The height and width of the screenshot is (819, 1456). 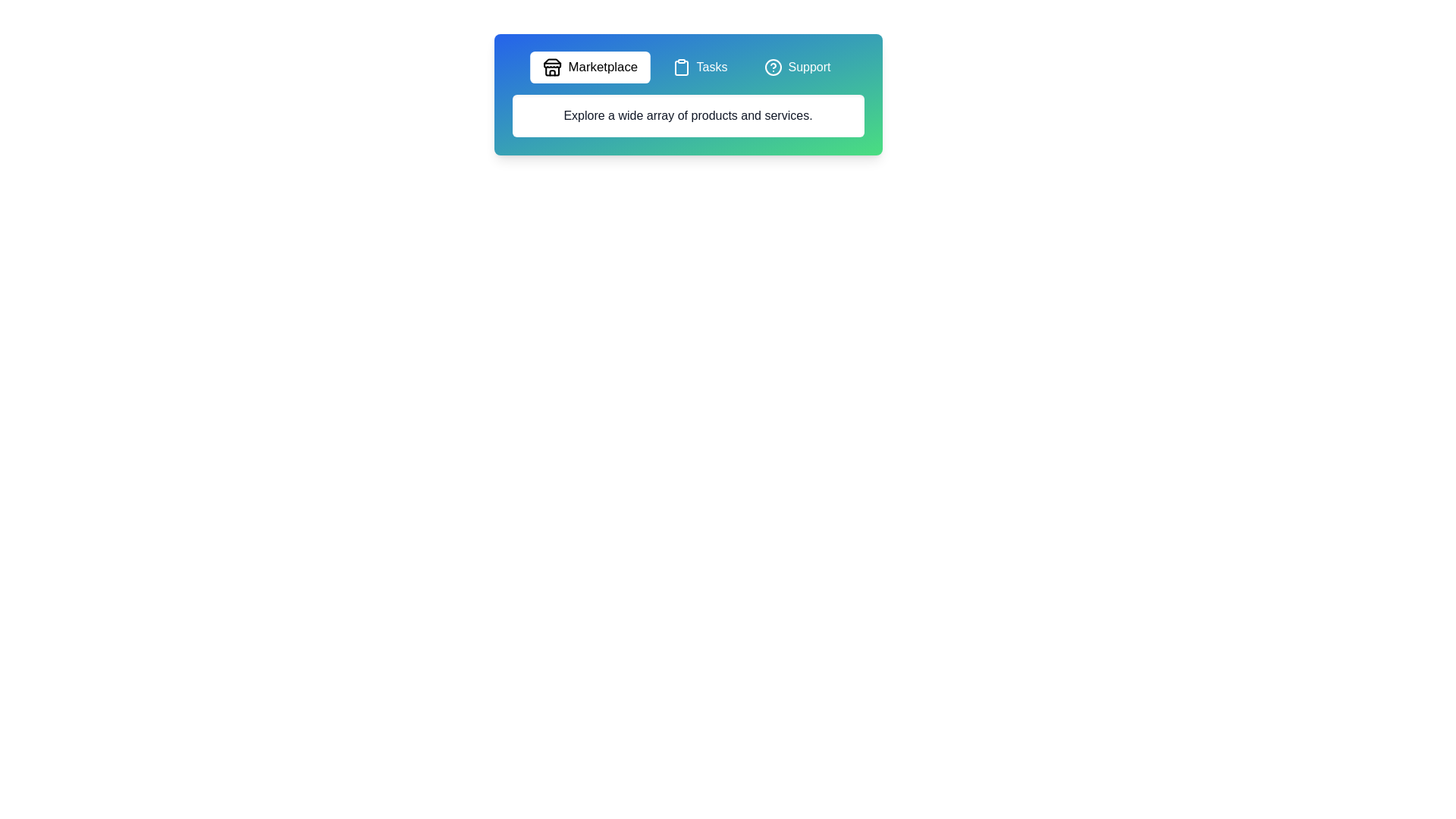 What do you see at coordinates (796, 66) in the screenshot?
I see `the tab labeled Support` at bounding box center [796, 66].